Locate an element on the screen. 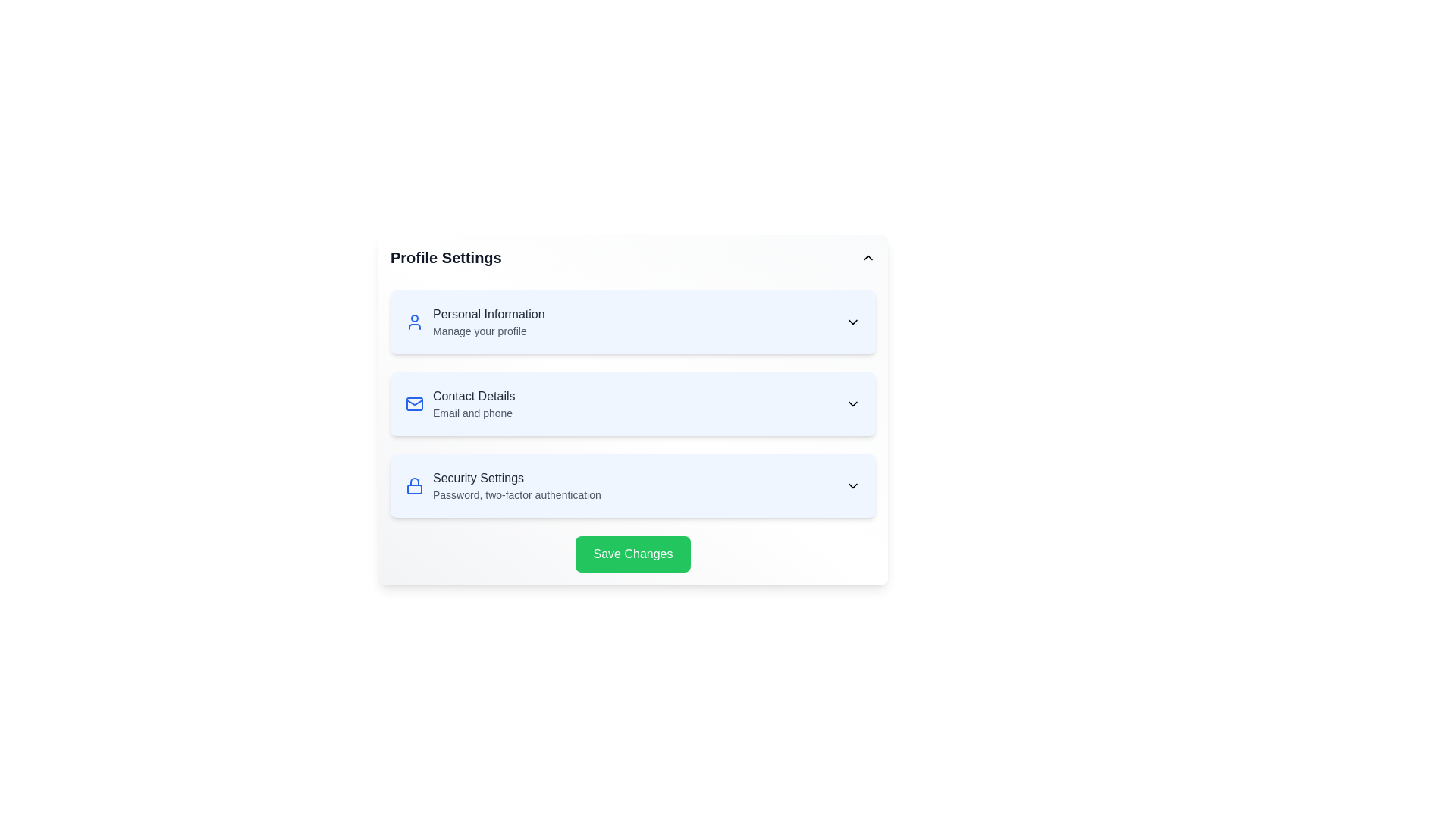 This screenshot has height=819, width=1456. the Collapsible Section Header labeled 'Security Settings' is located at coordinates (633, 485).